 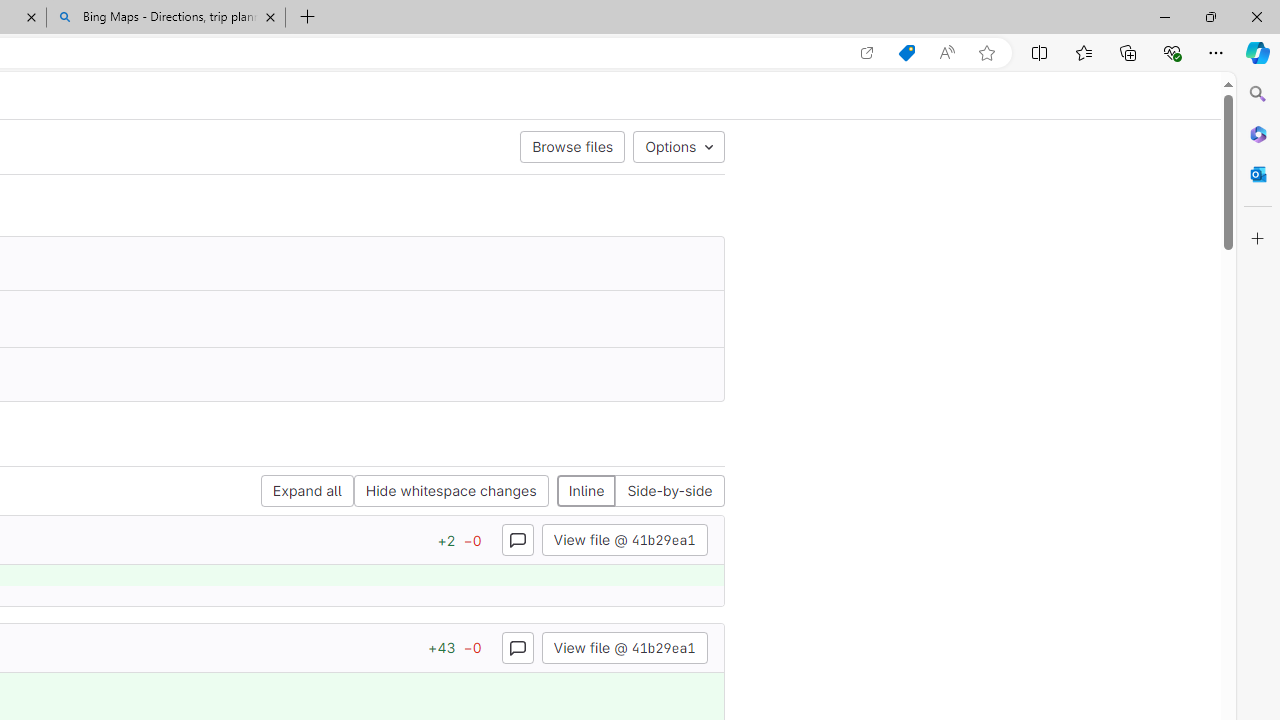 I want to click on 'Open in app', so click(x=867, y=52).